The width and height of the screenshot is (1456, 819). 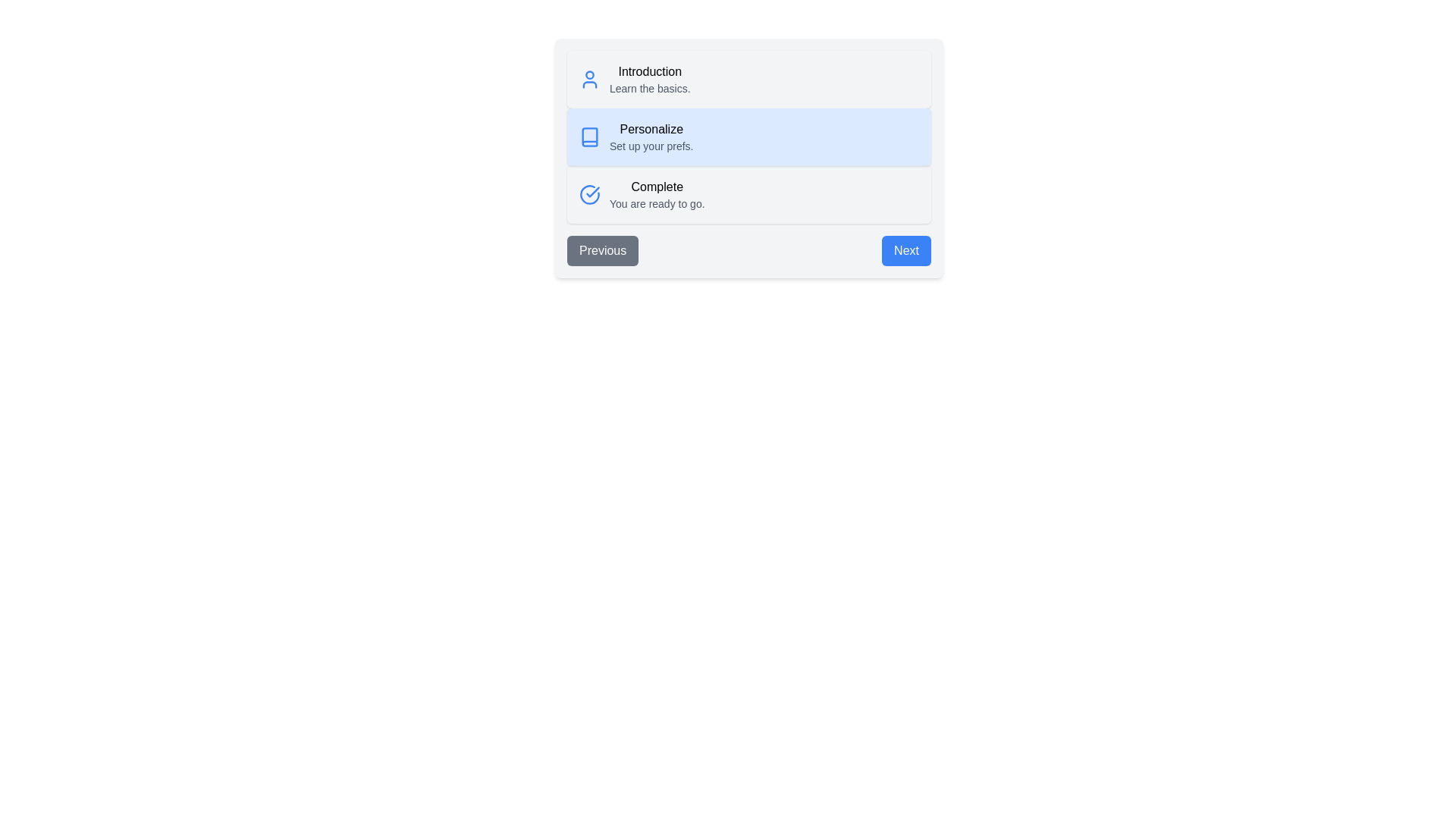 What do you see at coordinates (656, 194) in the screenshot?
I see `the step with title 'Complete' to read its description` at bounding box center [656, 194].